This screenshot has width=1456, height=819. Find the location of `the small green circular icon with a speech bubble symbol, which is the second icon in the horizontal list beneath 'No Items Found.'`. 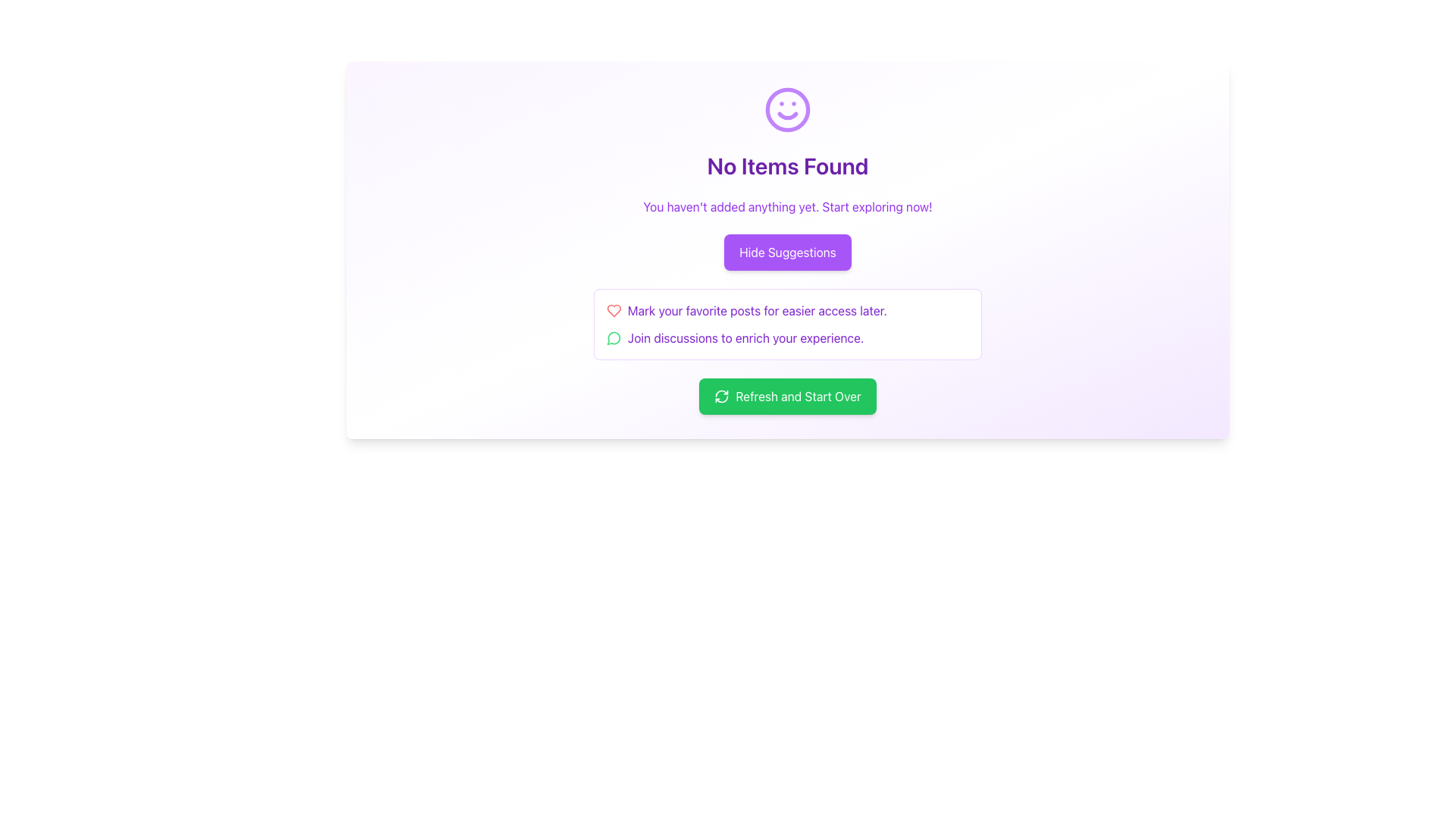

the small green circular icon with a speech bubble symbol, which is the second icon in the horizontal list beneath 'No Items Found.' is located at coordinates (613, 337).